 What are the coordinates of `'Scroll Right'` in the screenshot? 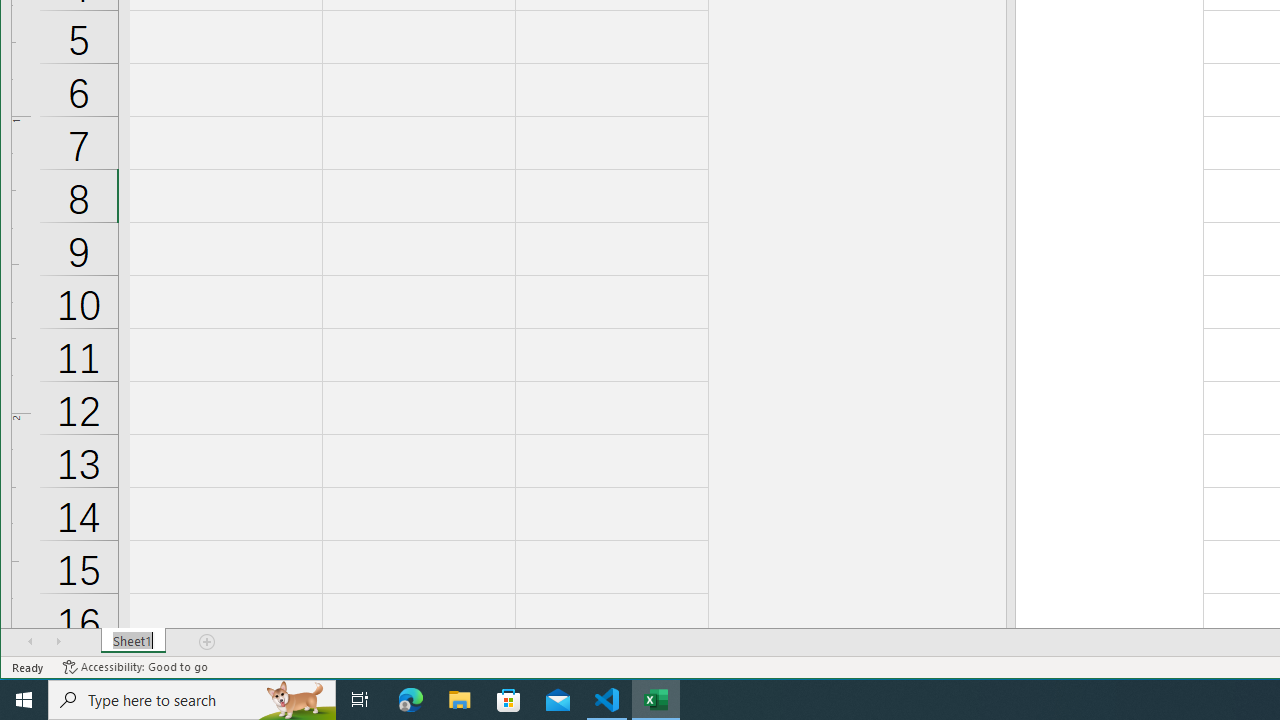 It's located at (58, 641).